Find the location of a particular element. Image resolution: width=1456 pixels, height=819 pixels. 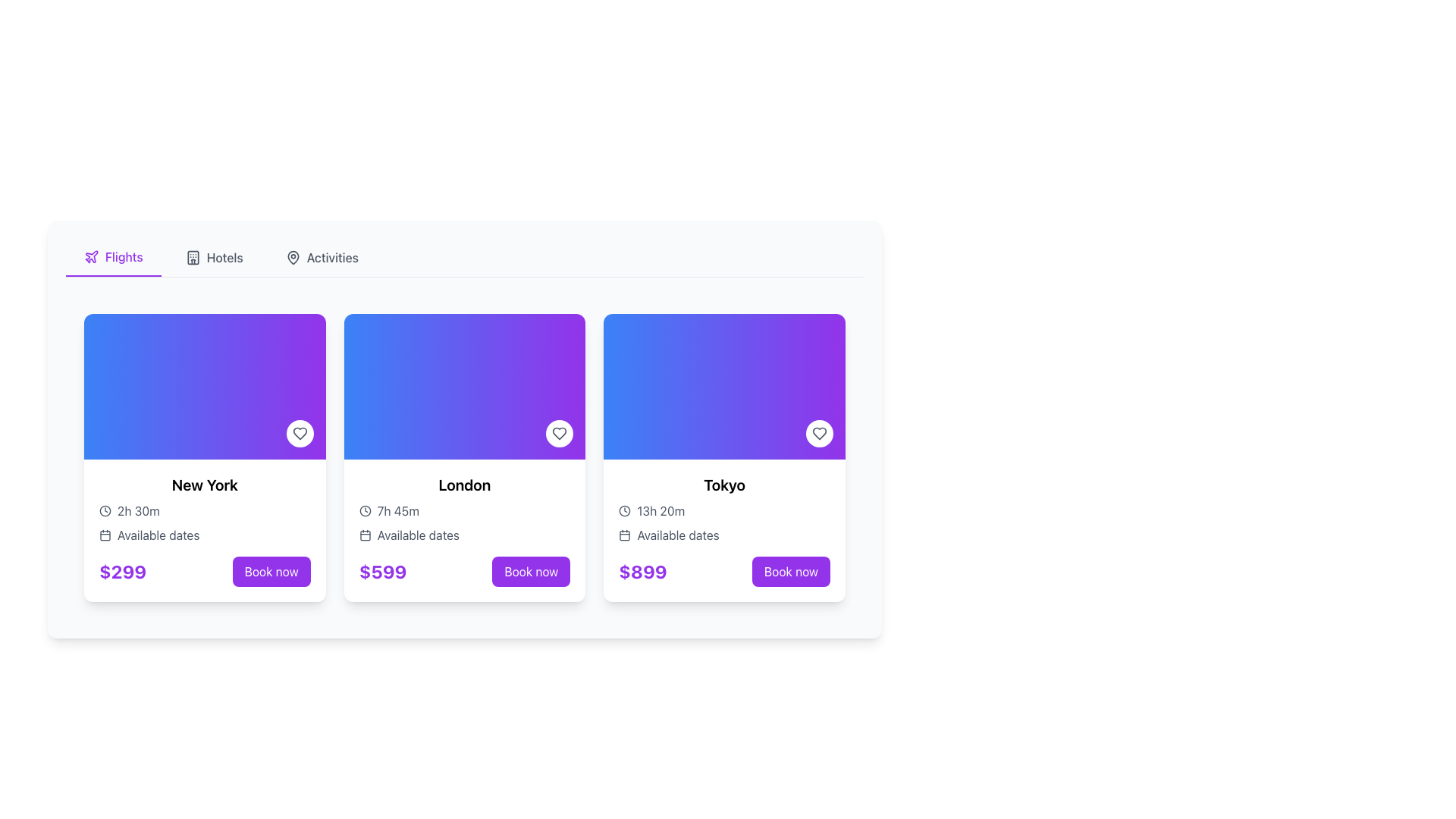

the clock icon located to the left of the '2h 30m' text within the 'New York' card, which visually indicates the duration of an activity is located at coordinates (105, 511).